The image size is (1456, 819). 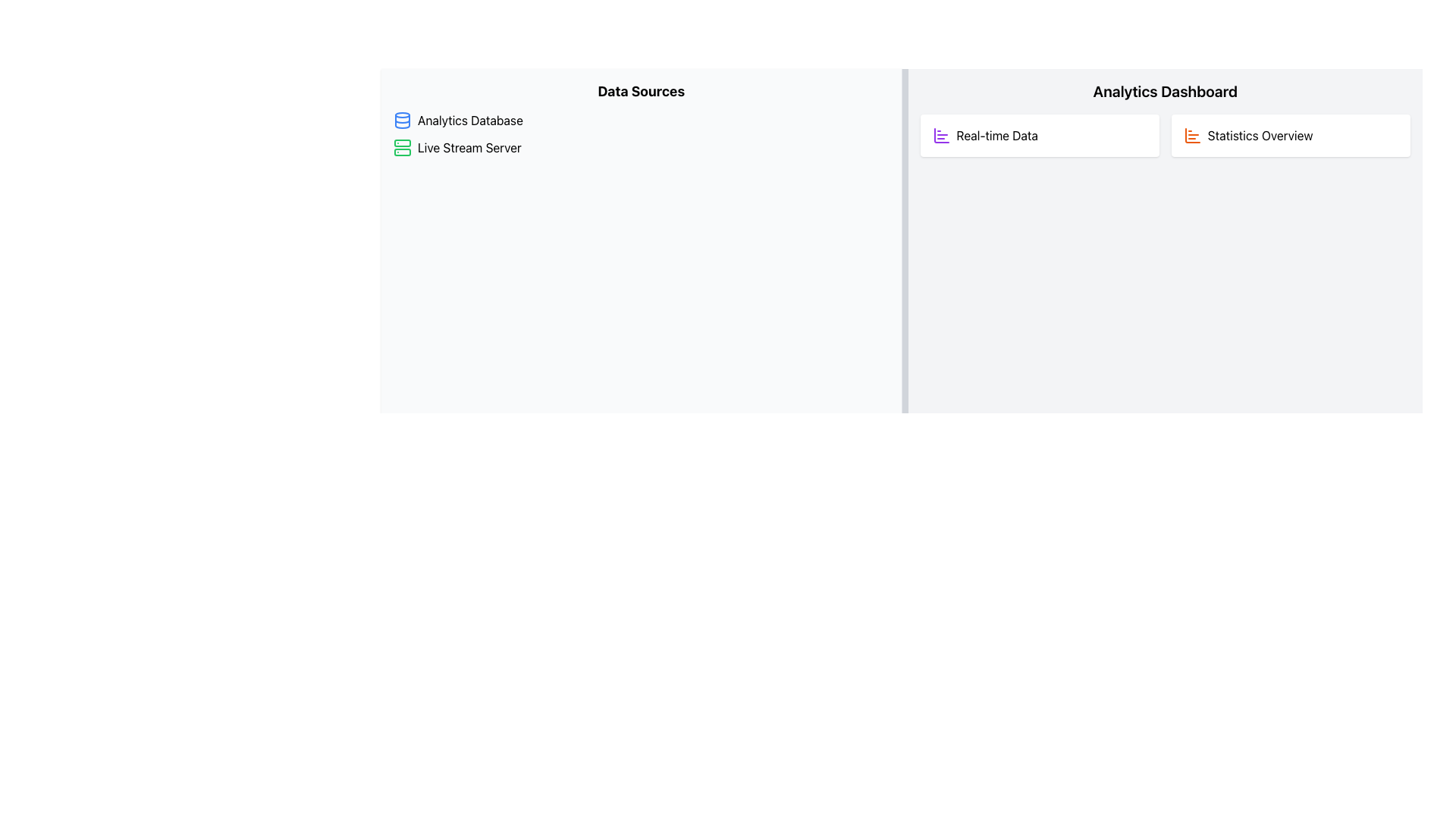 What do you see at coordinates (403, 143) in the screenshot?
I see `the upper rectangle of the server icon, which is part of the decorative component representing the server next to the 'Live Stream Server' text under the 'Data Sources' heading` at bounding box center [403, 143].